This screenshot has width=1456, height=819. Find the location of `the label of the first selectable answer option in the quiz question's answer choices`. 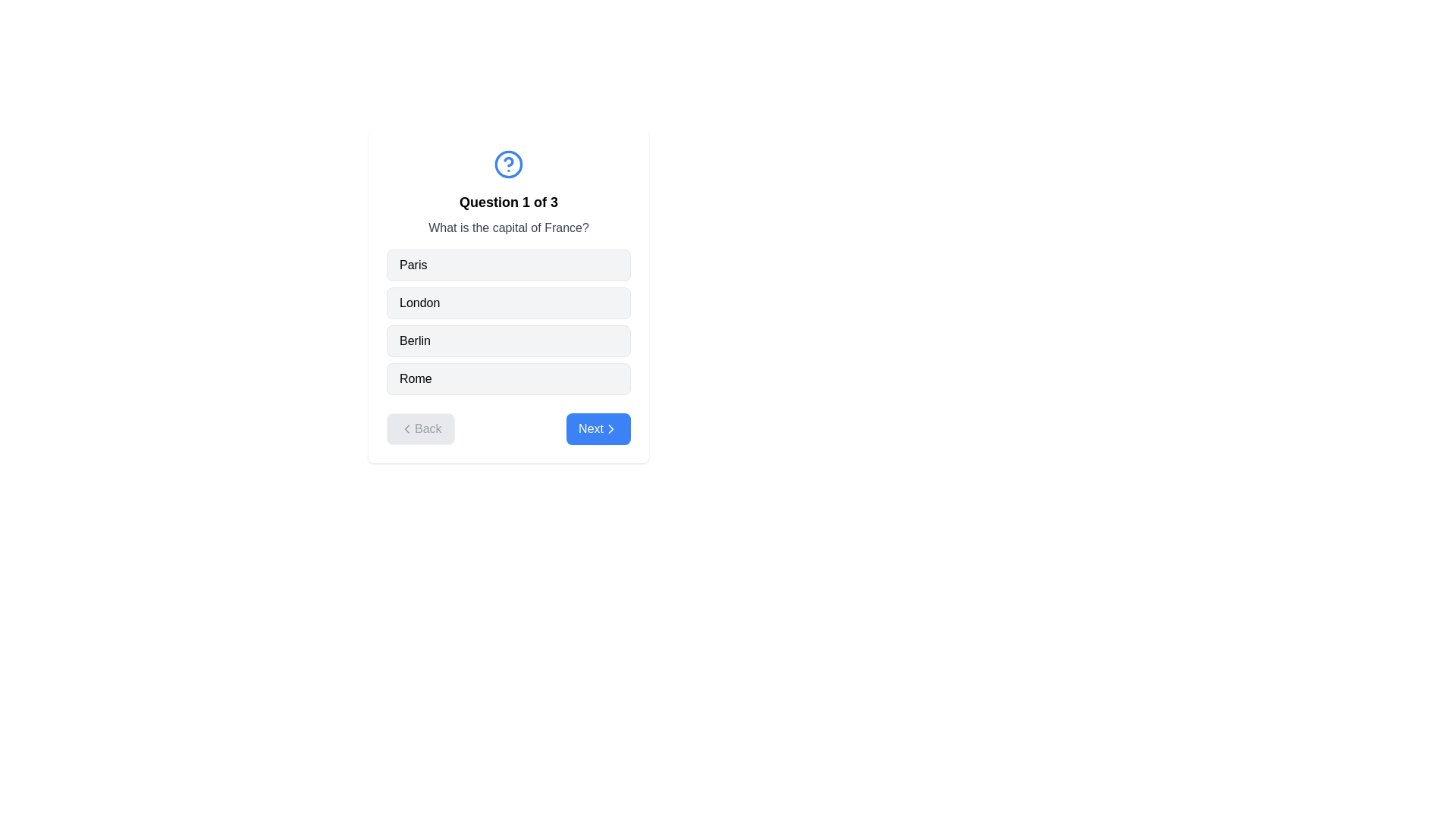

the label of the first selectable answer option in the quiz question's answer choices is located at coordinates (413, 265).